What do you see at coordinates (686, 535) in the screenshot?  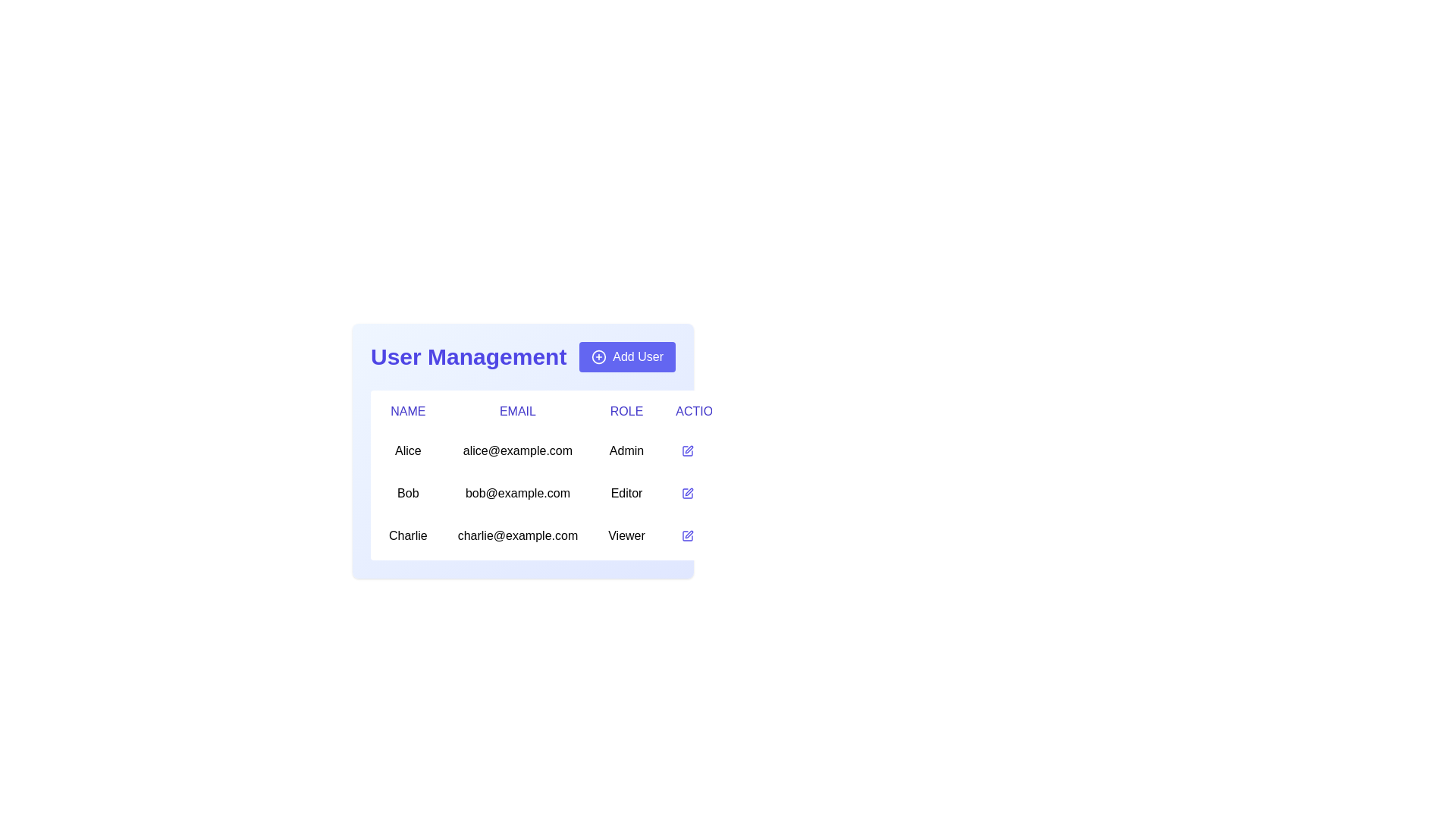 I see `the edit button for modifying associated data or properties related to the 'Viewer' role` at bounding box center [686, 535].